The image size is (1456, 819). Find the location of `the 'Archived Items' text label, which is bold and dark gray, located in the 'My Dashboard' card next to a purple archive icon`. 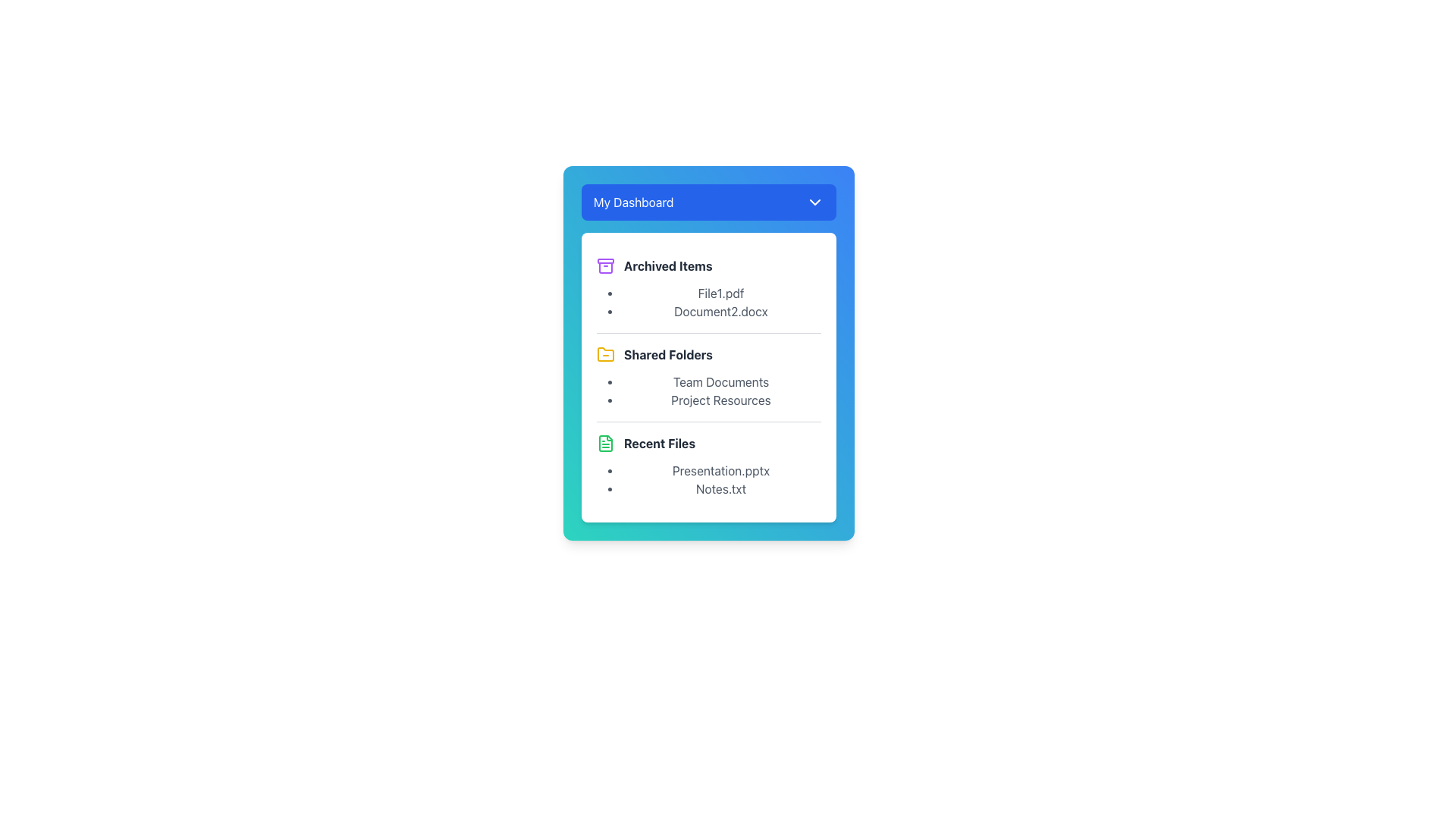

the 'Archived Items' text label, which is bold and dark gray, located in the 'My Dashboard' card next to a purple archive icon is located at coordinates (667, 265).